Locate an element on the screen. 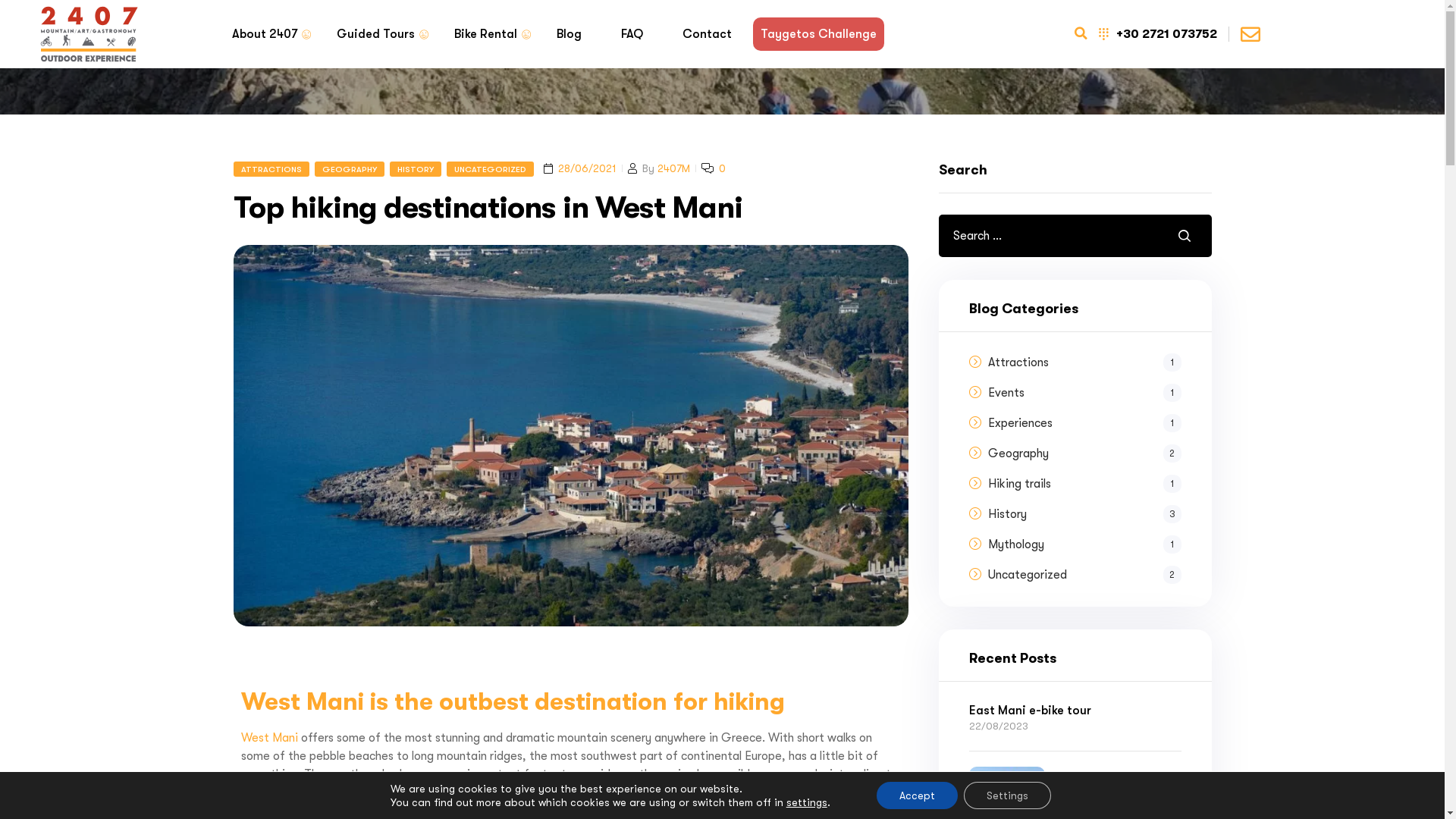  'GEOGRAPHY' is located at coordinates (348, 169).